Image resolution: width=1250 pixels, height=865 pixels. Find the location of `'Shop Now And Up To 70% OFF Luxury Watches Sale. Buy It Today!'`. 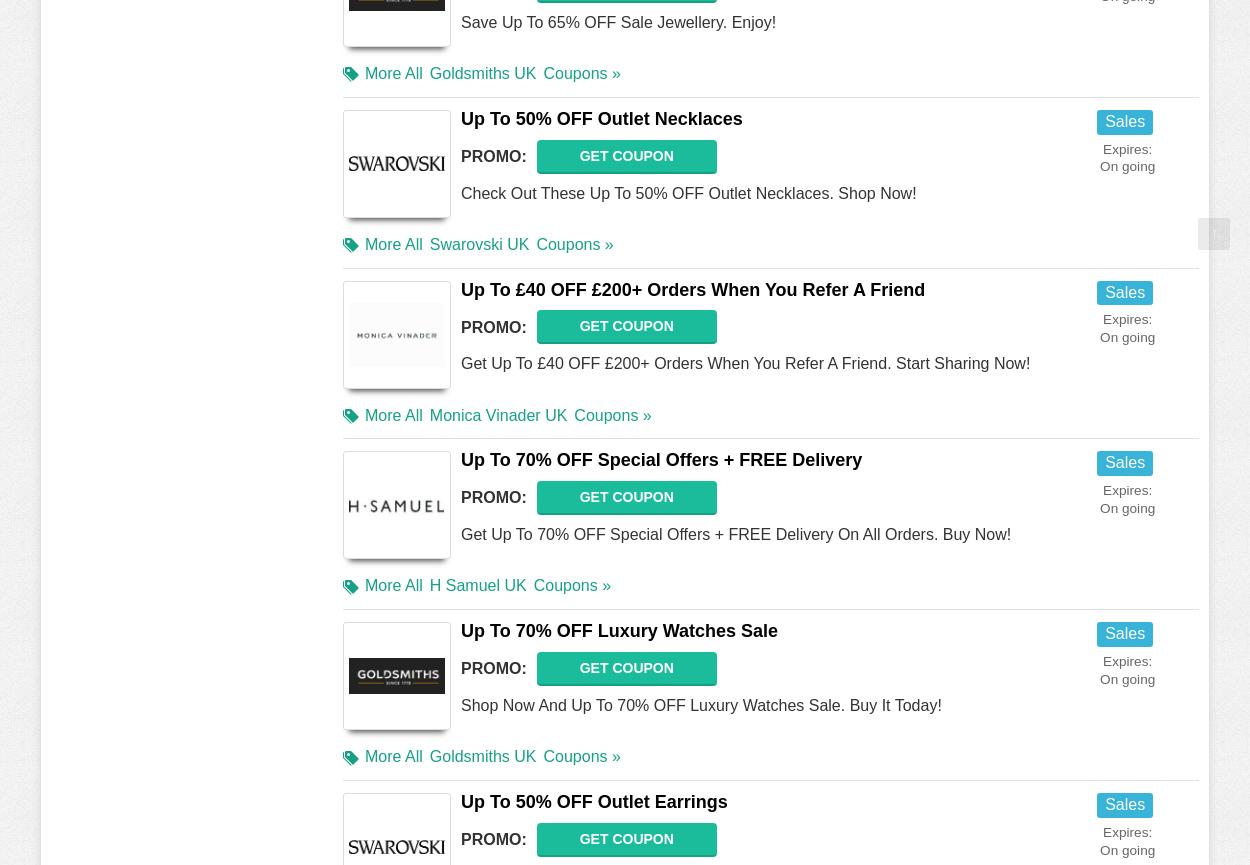

'Shop Now And Up To 70% OFF Luxury Watches Sale. Buy It Today!' is located at coordinates (700, 705).